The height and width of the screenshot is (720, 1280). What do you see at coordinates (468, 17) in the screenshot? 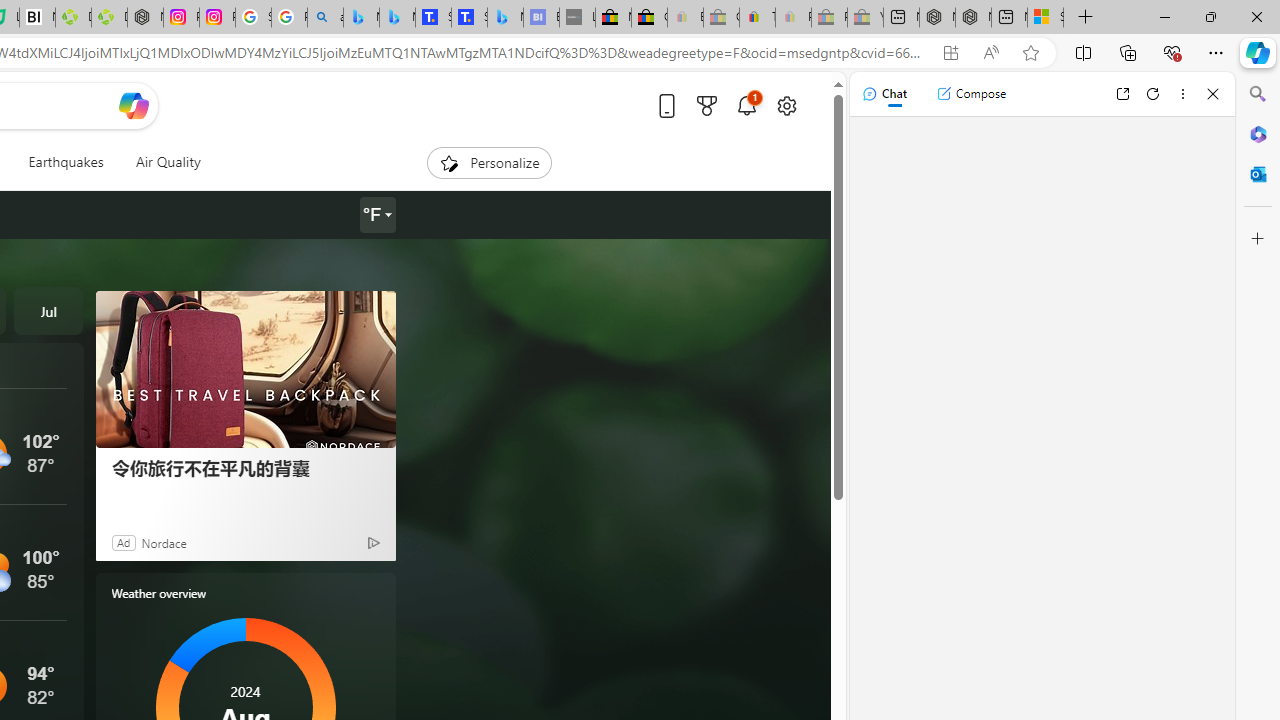
I see `'Shangri-La Bangkok, Hotel reviews and Room rates'` at bounding box center [468, 17].